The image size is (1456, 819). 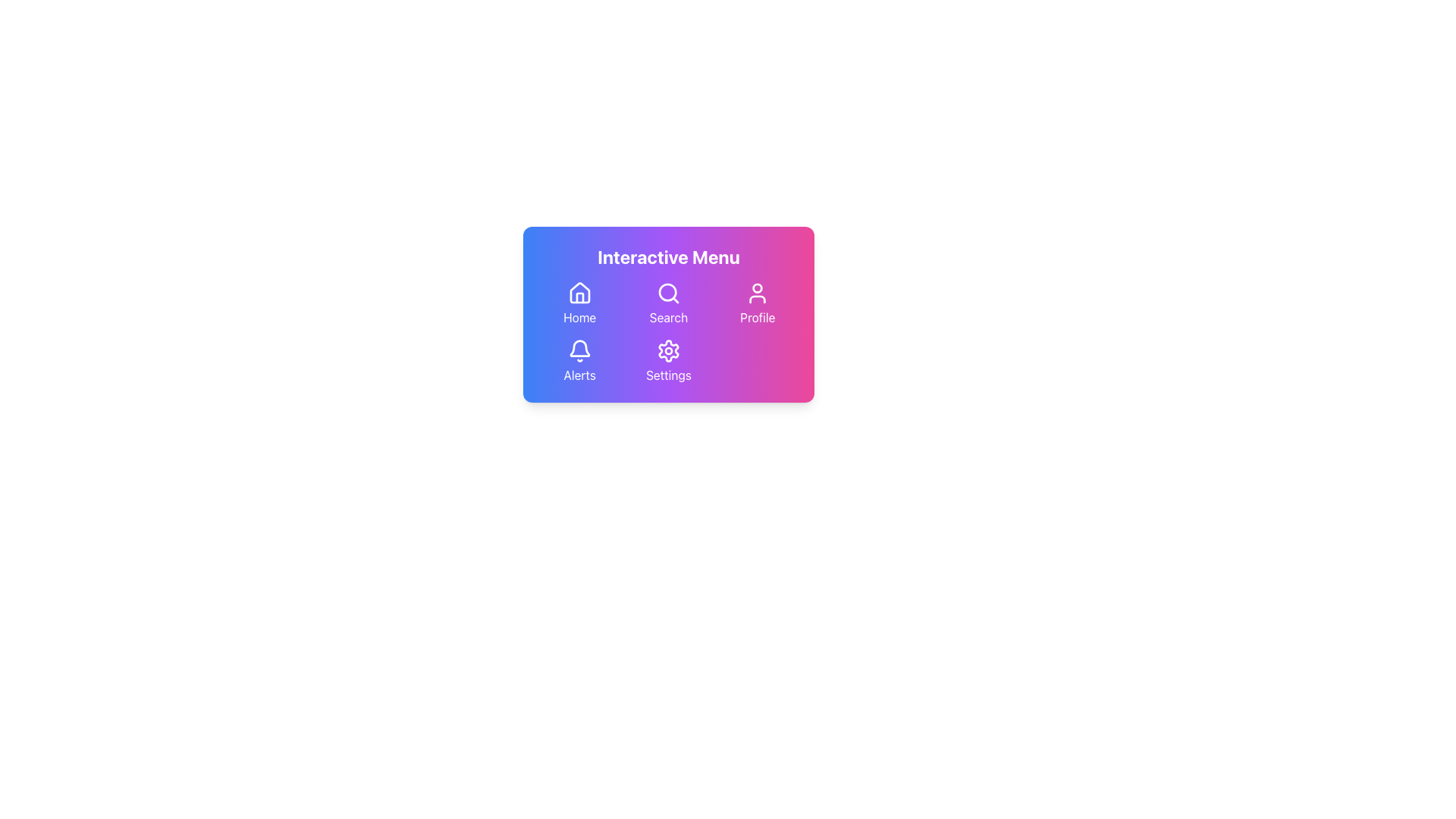 What do you see at coordinates (667, 292) in the screenshot?
I see `the decorative circle component of the 'Search' icon, which is part of the horizontally arranged interactive menu` at bounding box center [667, 292].